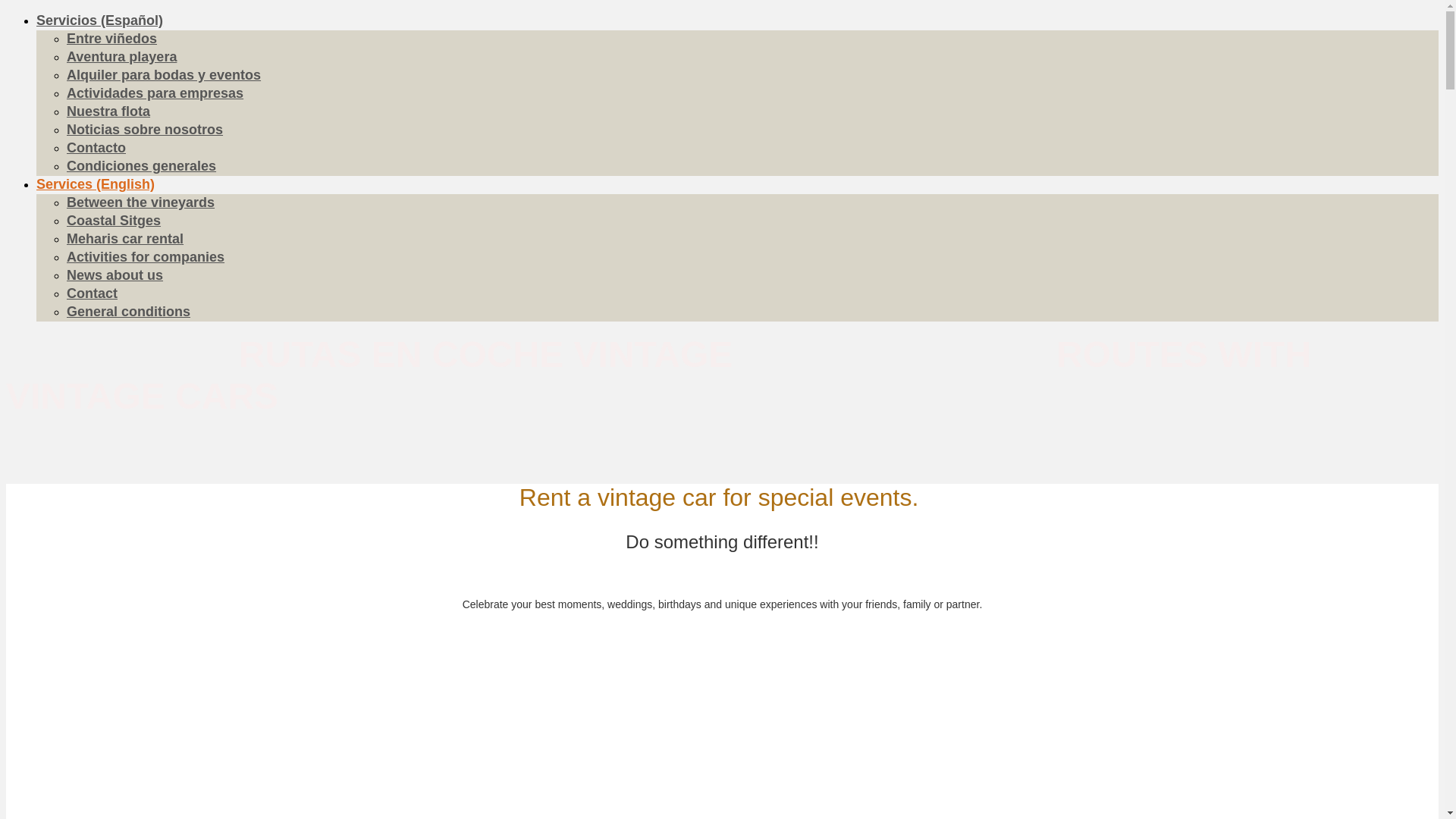 The height and width of the screenshot is (819, 1456). Describe the element at coordinates (164, 75) in the screenshot. I see `'Alquiler para bodas y eventos'` at that location.